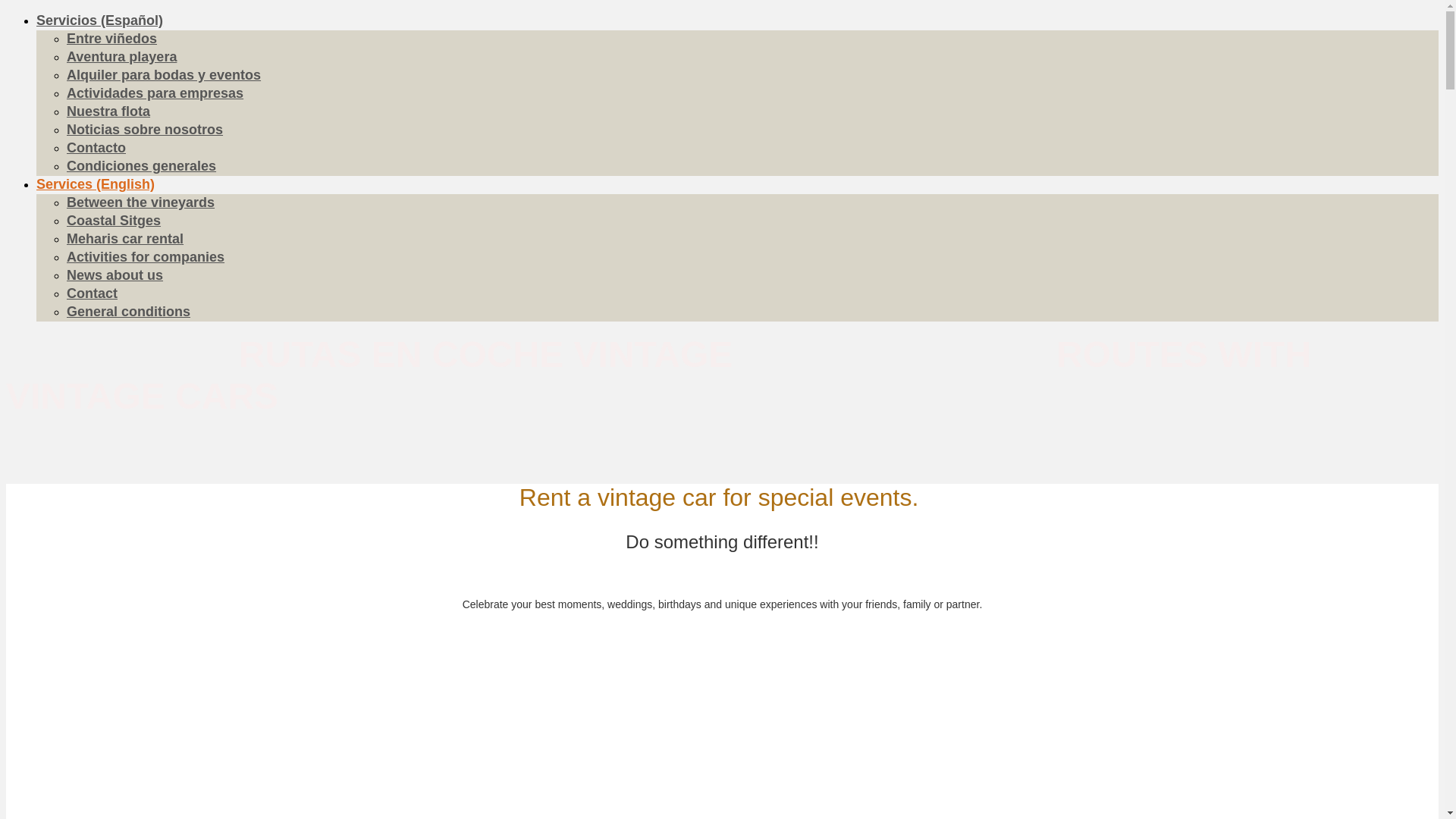 The height and width of the screenshot is (819, 1456). Describe the element at coordinates (164, 75) in the screenshot. I see `'Alquiler para bodas y eventos'` at that location.